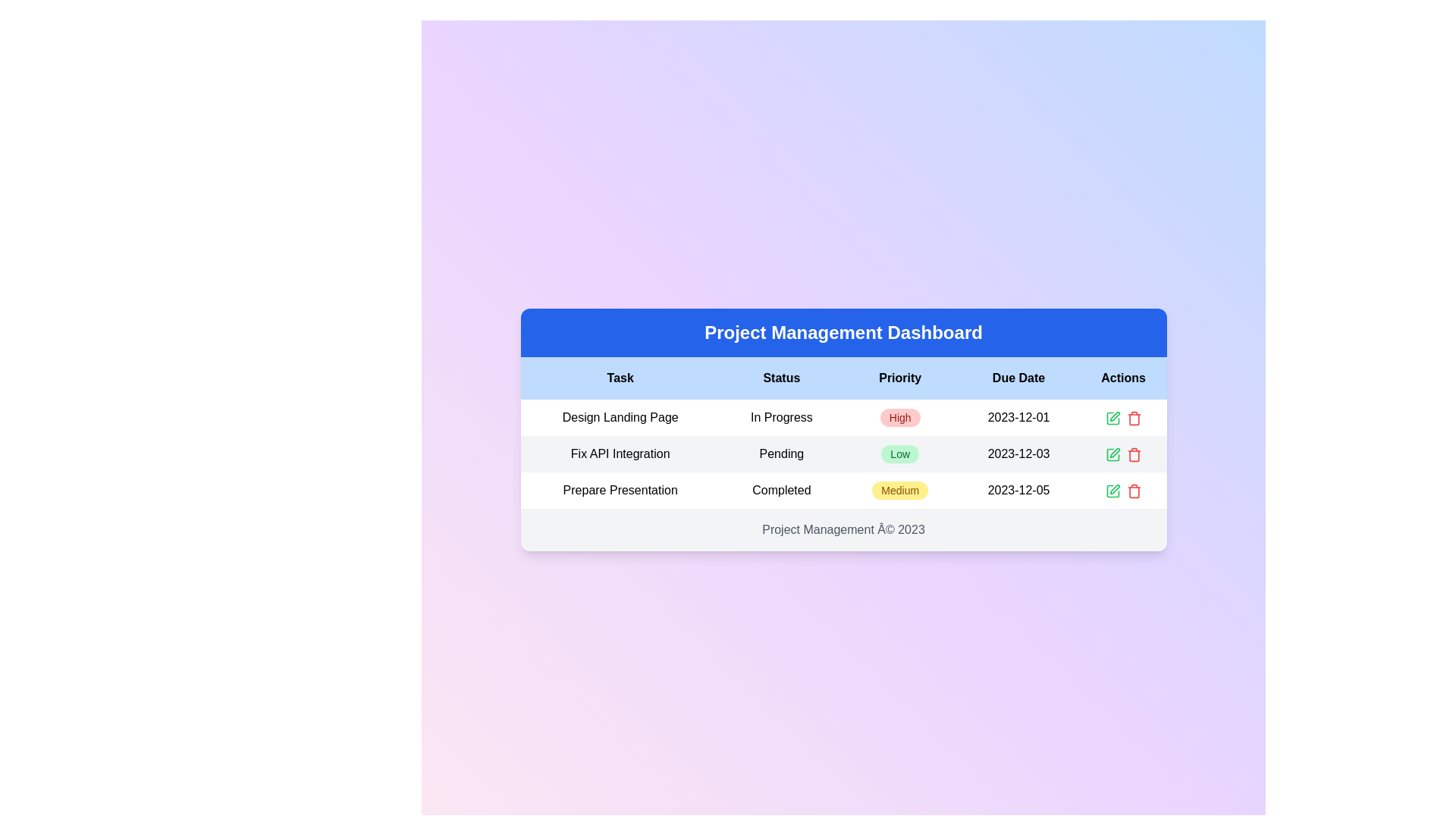 The width and height of the screenshot is (1456, 819). What do you see at coordinates (1134, 453) in the screenshot?
I see `the delete button (trash can icon) in the Actions column of the second row of the table` at bounding box center [1134, 453].